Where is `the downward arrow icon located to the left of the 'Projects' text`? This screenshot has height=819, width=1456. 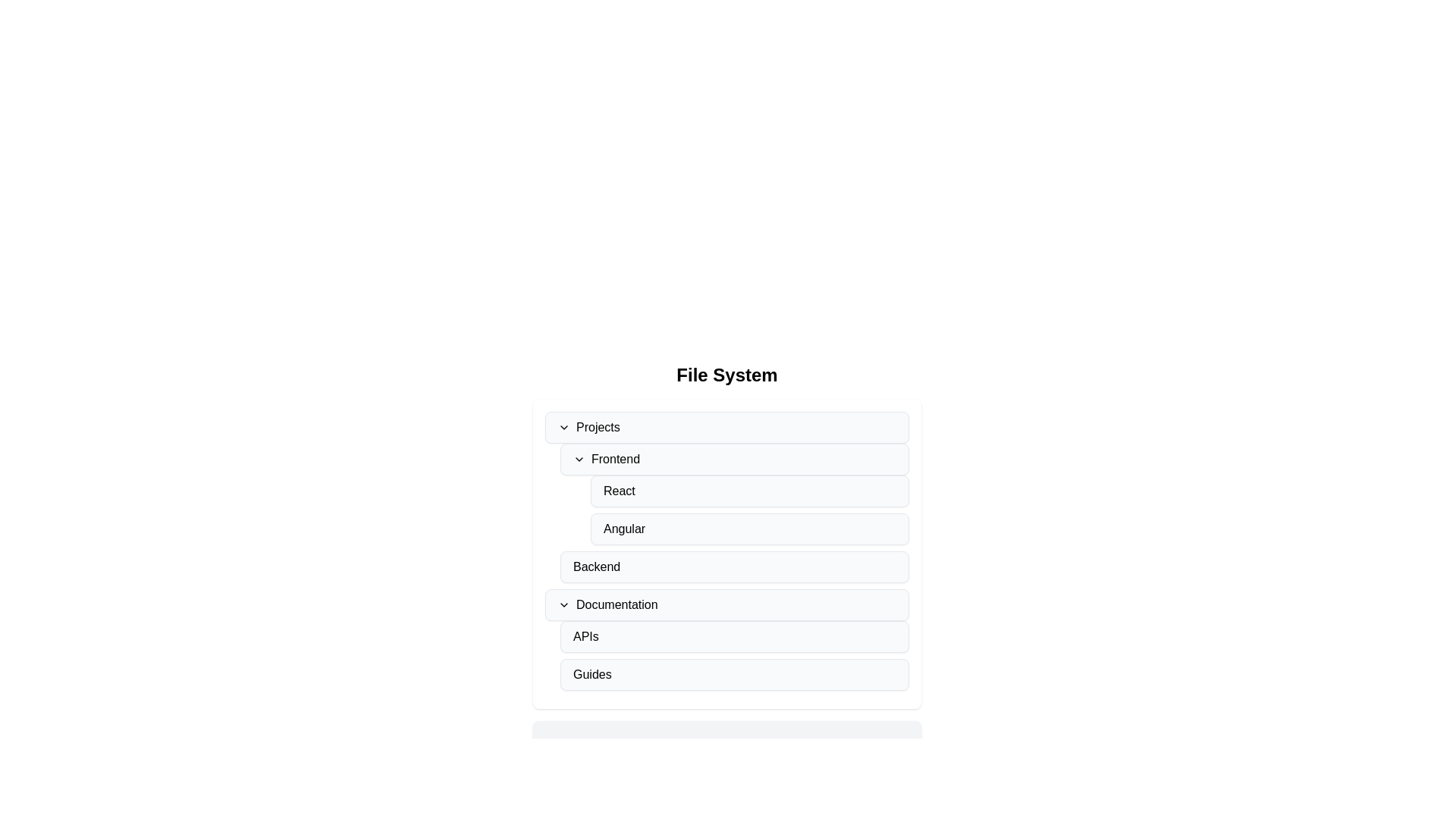 the downward arrow icon located to the left of the 'Projects' text is located at coordinates (563, 427).